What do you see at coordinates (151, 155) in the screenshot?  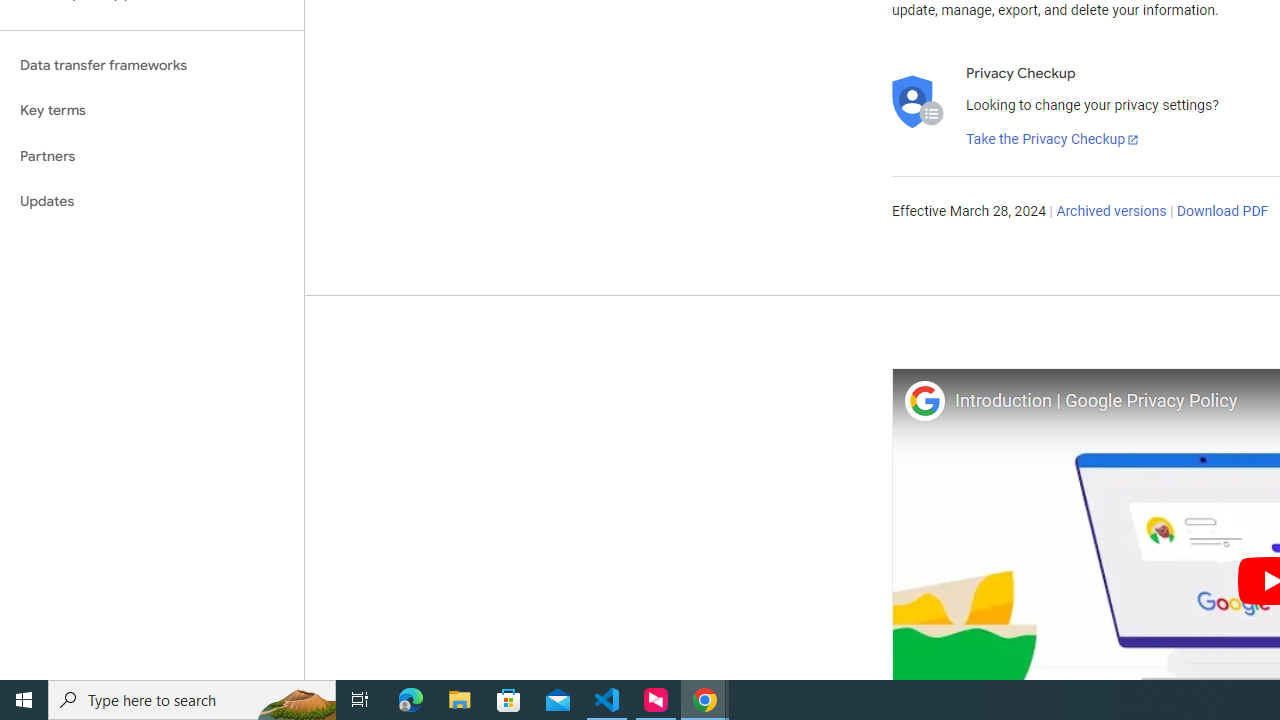 I see `'Partners'` at bounding box center [151, 155].